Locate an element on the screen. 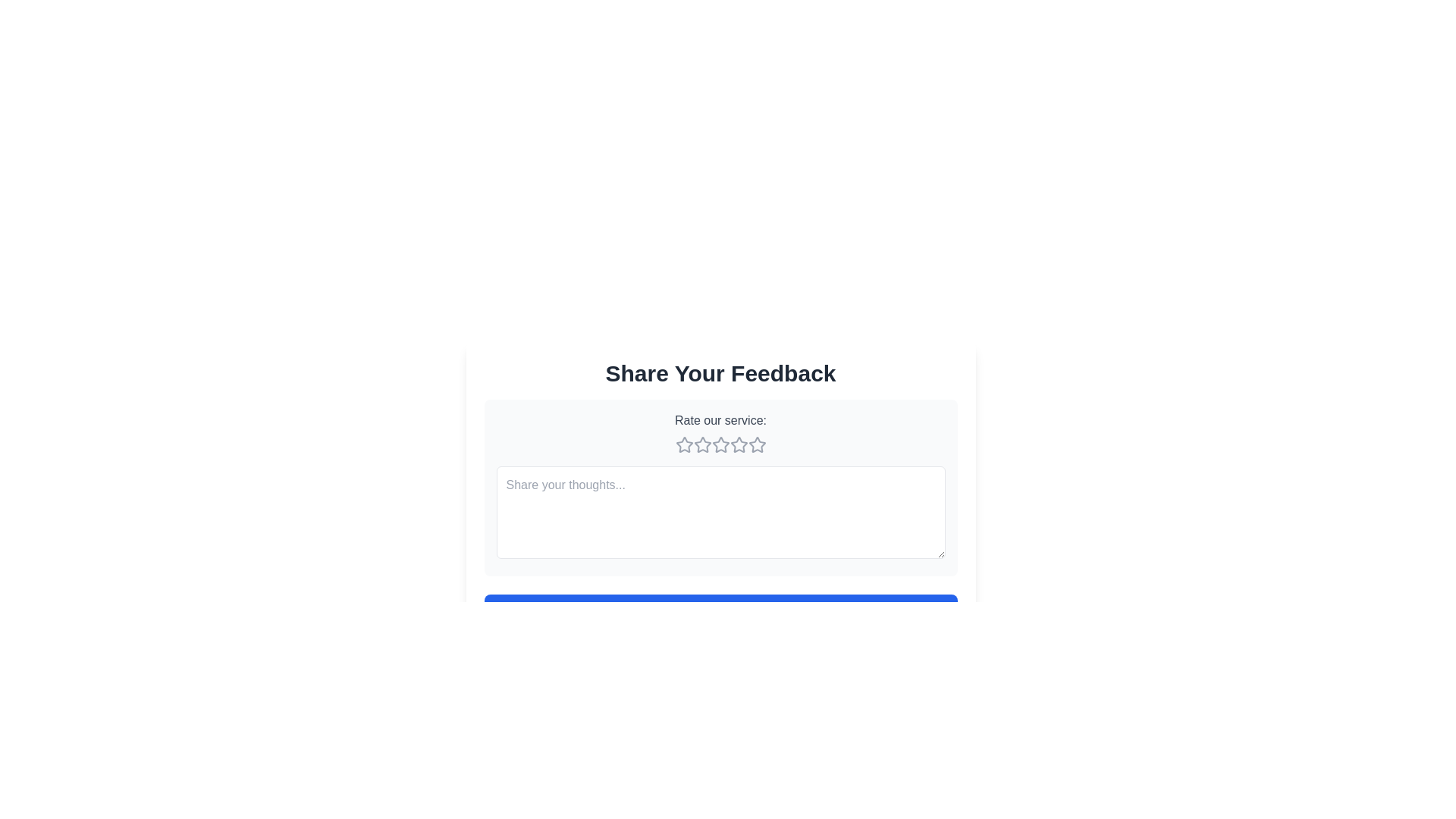 This screenshot has height=819, width=1456. the fifth star-shaped interactive icon outlined in gray, which represents a rating option, located under the 'Rate our service' prompt is located at coordinates (757, 444).